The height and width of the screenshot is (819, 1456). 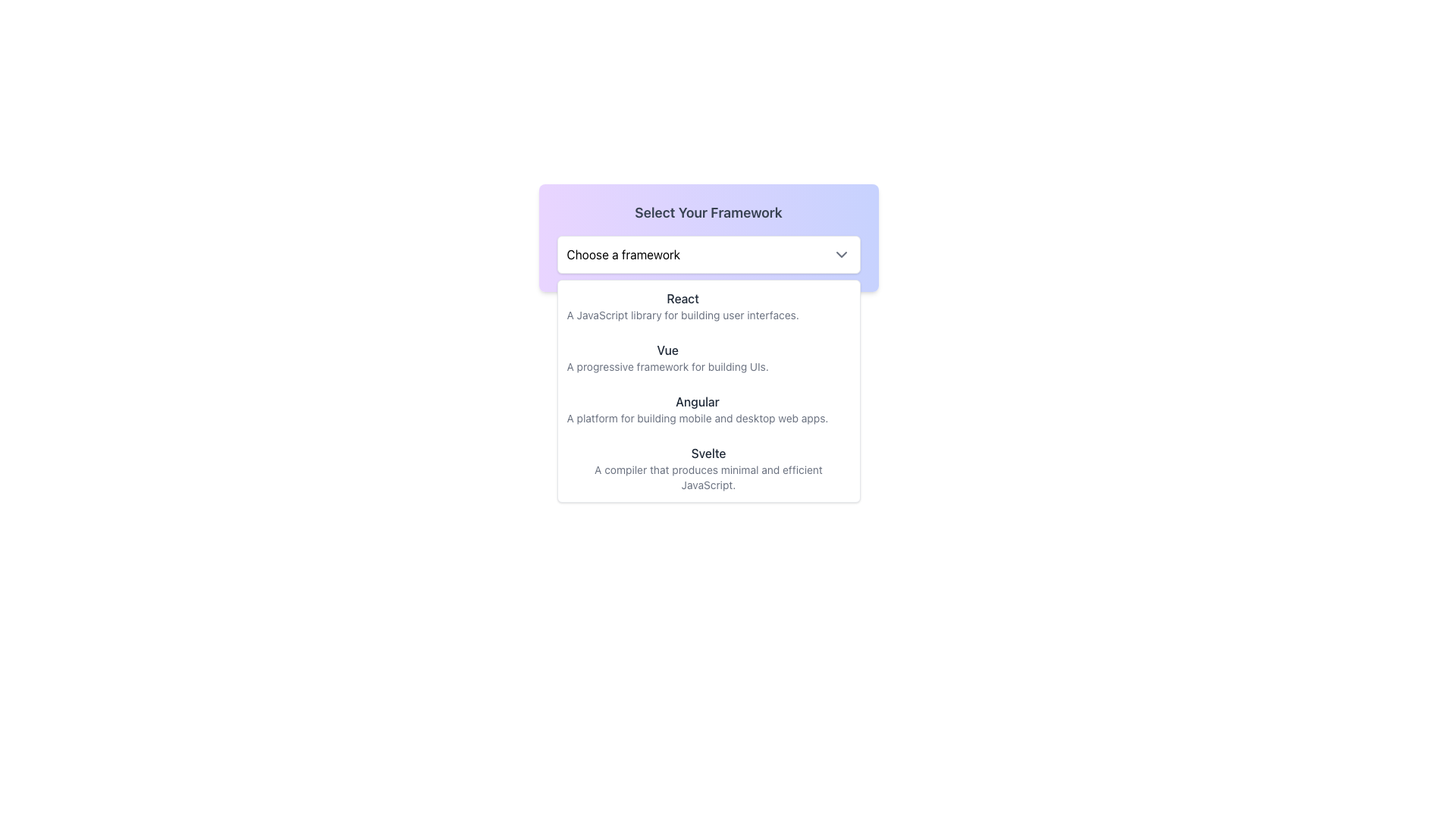 What do you see at coordinates (682, 298) in the screenshot?
I see `the area surrounding the 'React' label, which is the first item in the 'Select Your Framework' dropdown menu` at bounding box center [682, 298].